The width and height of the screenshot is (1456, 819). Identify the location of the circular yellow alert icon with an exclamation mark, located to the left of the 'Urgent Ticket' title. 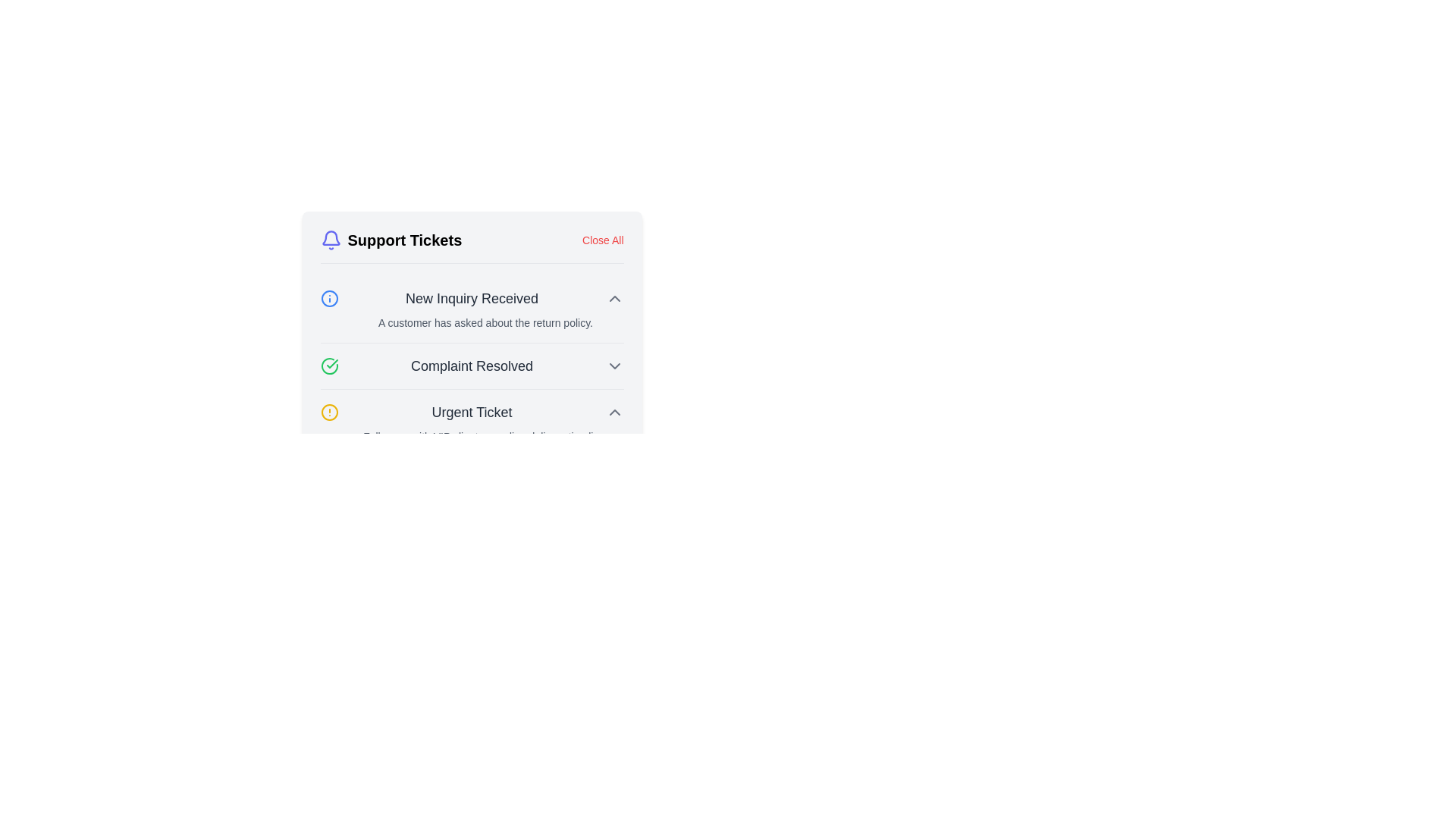
(328, 412).